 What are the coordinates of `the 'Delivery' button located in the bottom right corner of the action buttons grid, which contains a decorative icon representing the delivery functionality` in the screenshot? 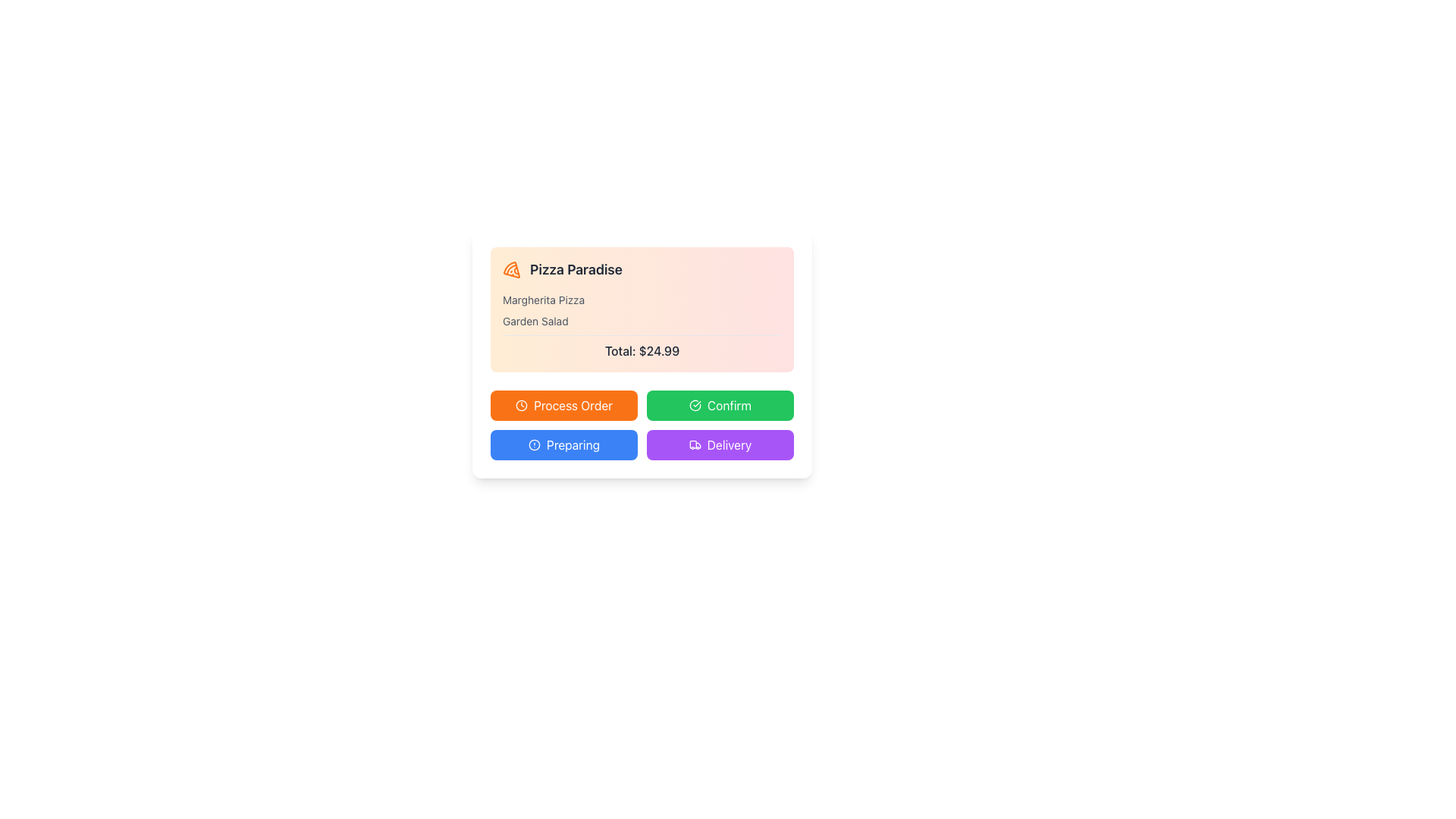 It's located at (694, 444).